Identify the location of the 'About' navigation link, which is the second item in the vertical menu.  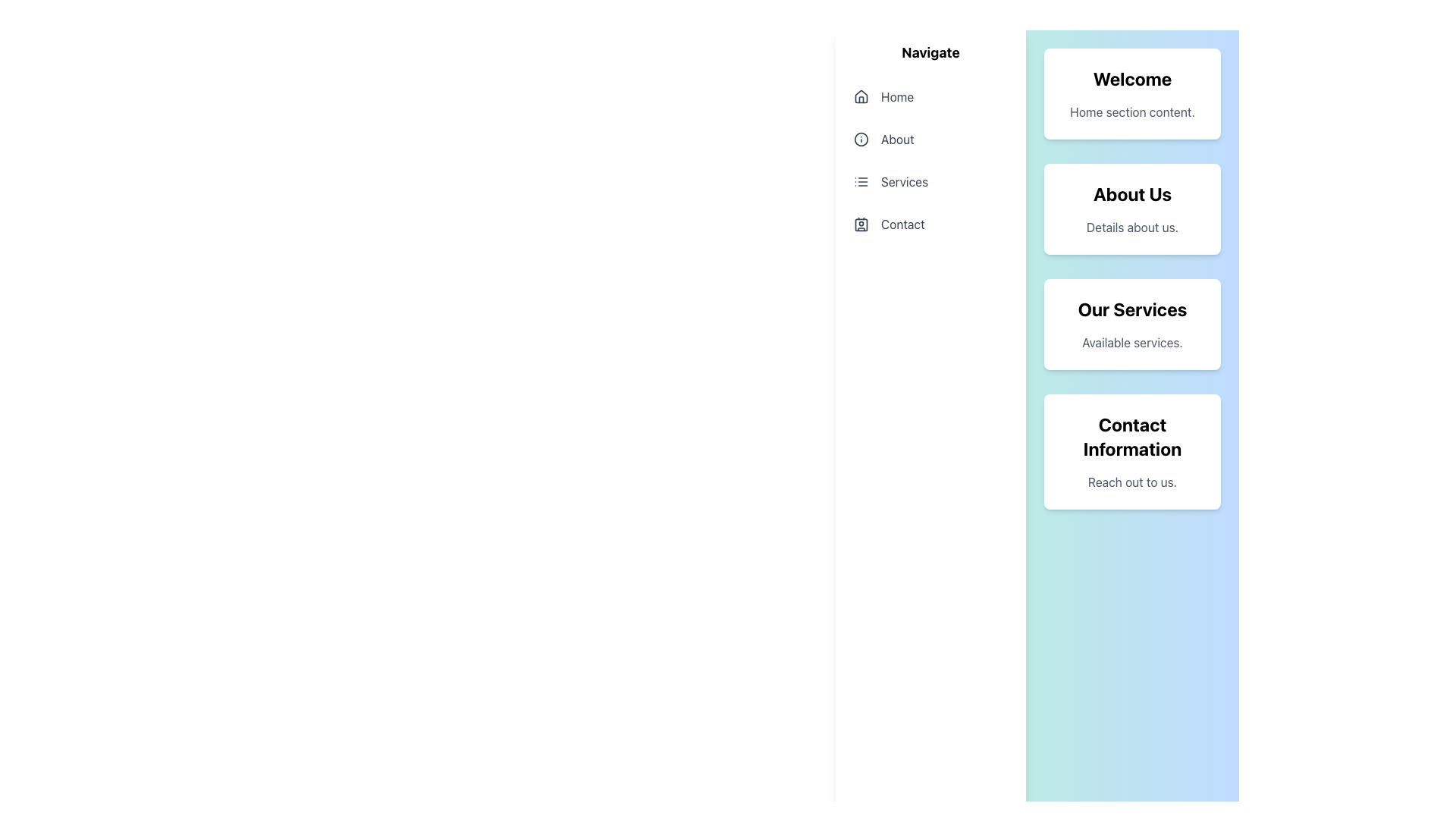
(930, 140).